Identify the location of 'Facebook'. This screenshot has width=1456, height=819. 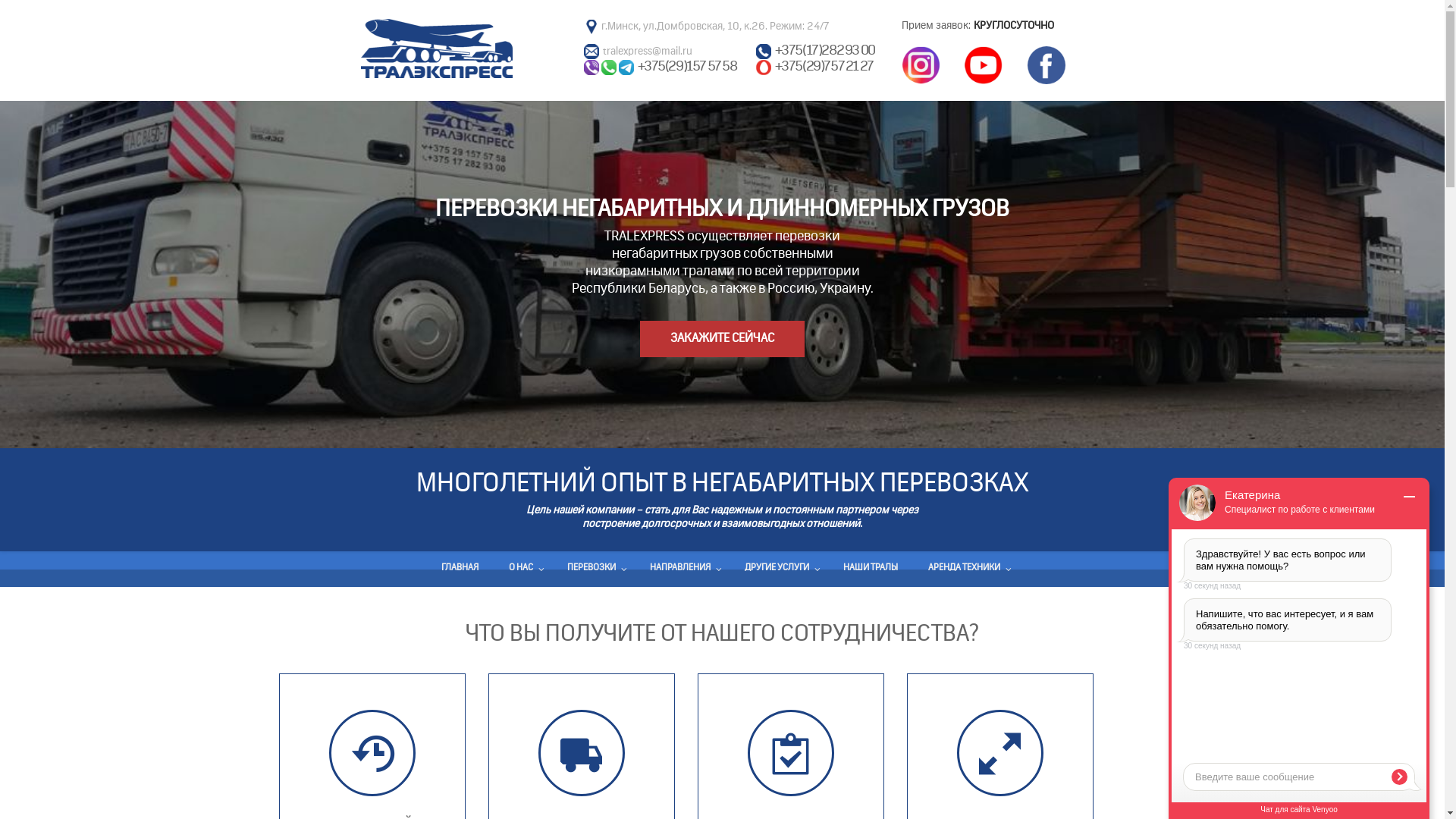
(1046, 64).